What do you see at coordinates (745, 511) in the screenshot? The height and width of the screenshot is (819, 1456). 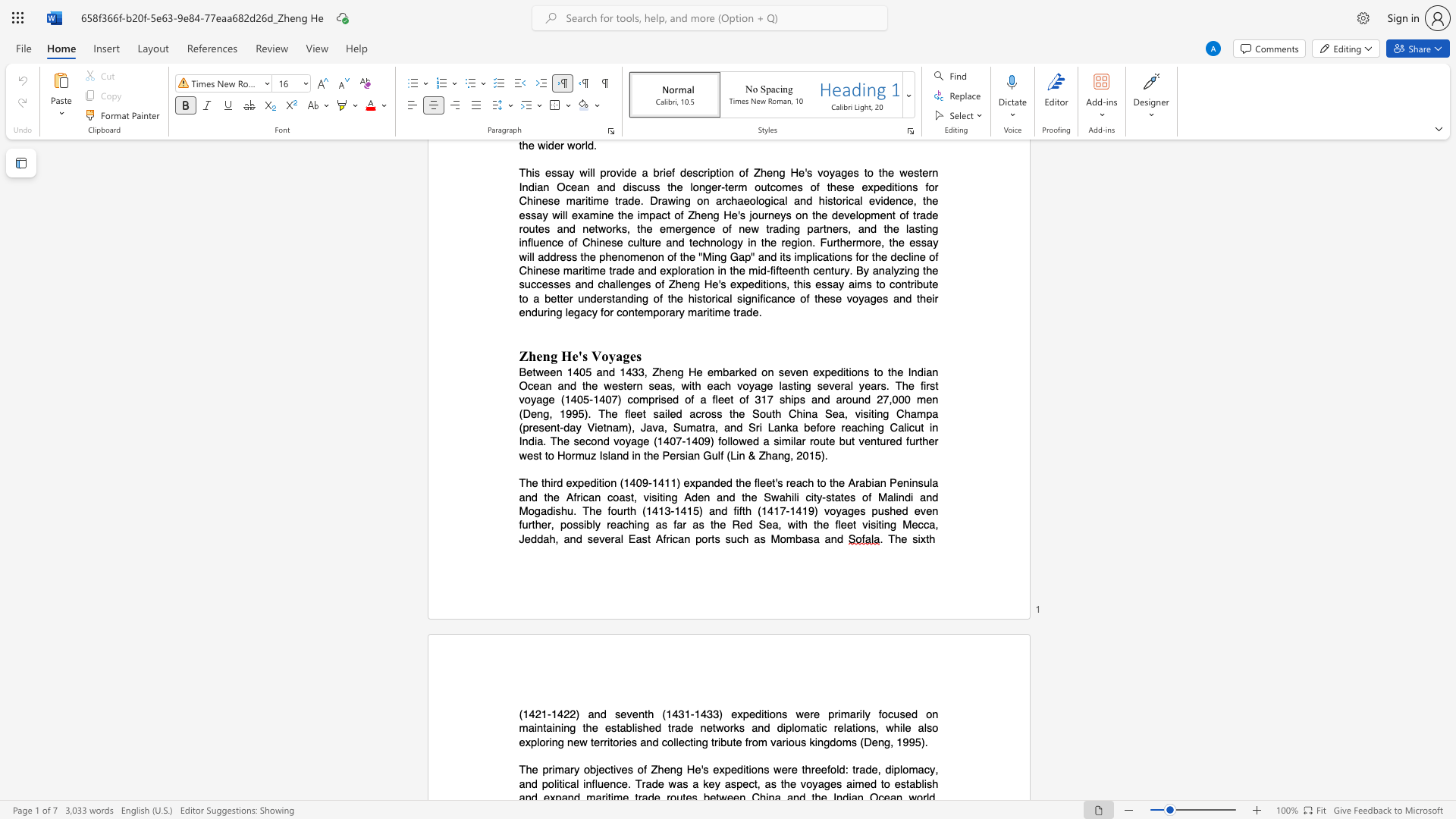 I see `the subset text "h (1417-1419) v" within the text "The third expedition (1409-1411) expanded the fleet"` at bounding box center [745, 511].